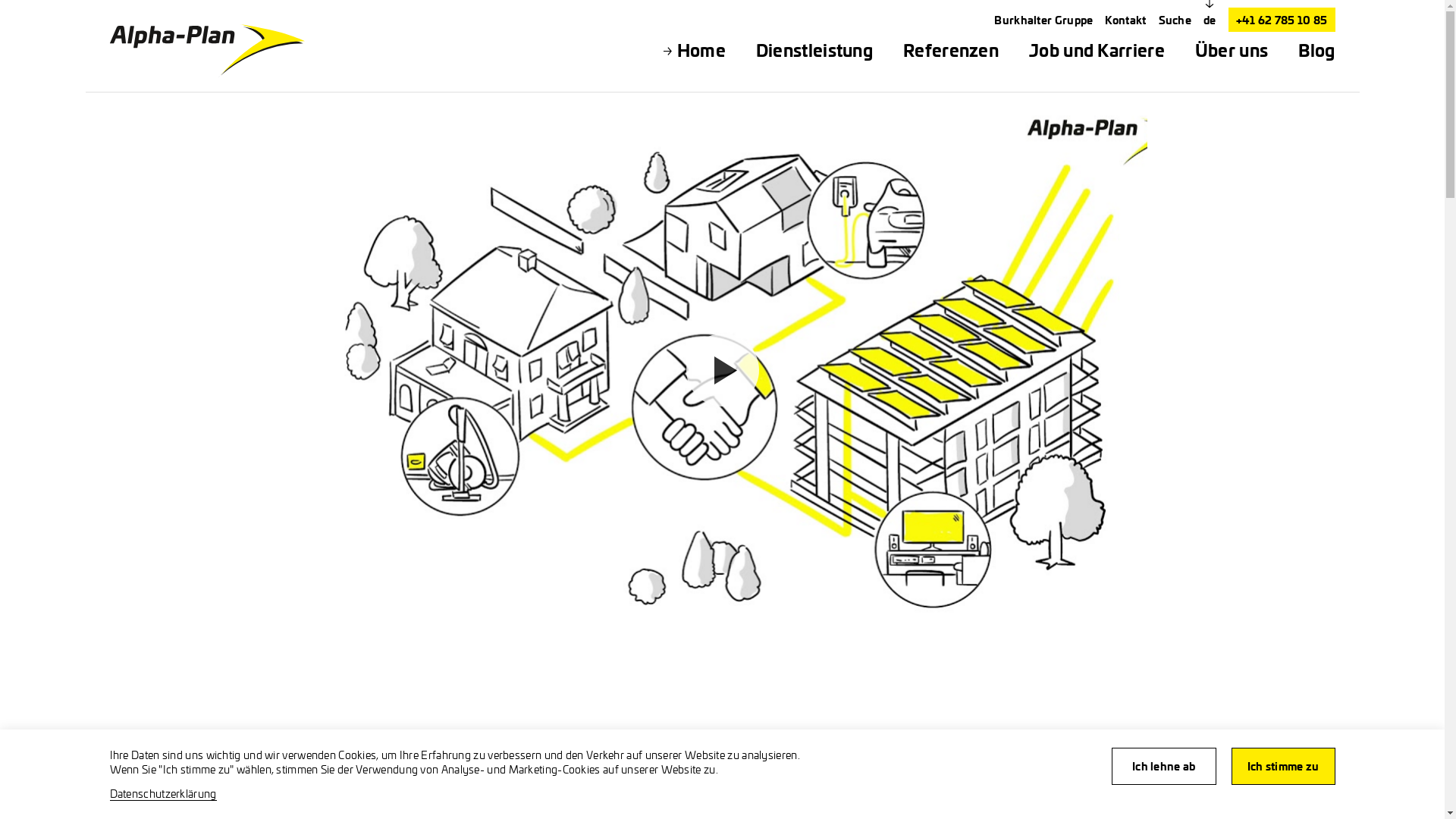 This screenshot has height=819, width=1456. I want to click on '+41 62 785 10 85', so click(1281, 20).